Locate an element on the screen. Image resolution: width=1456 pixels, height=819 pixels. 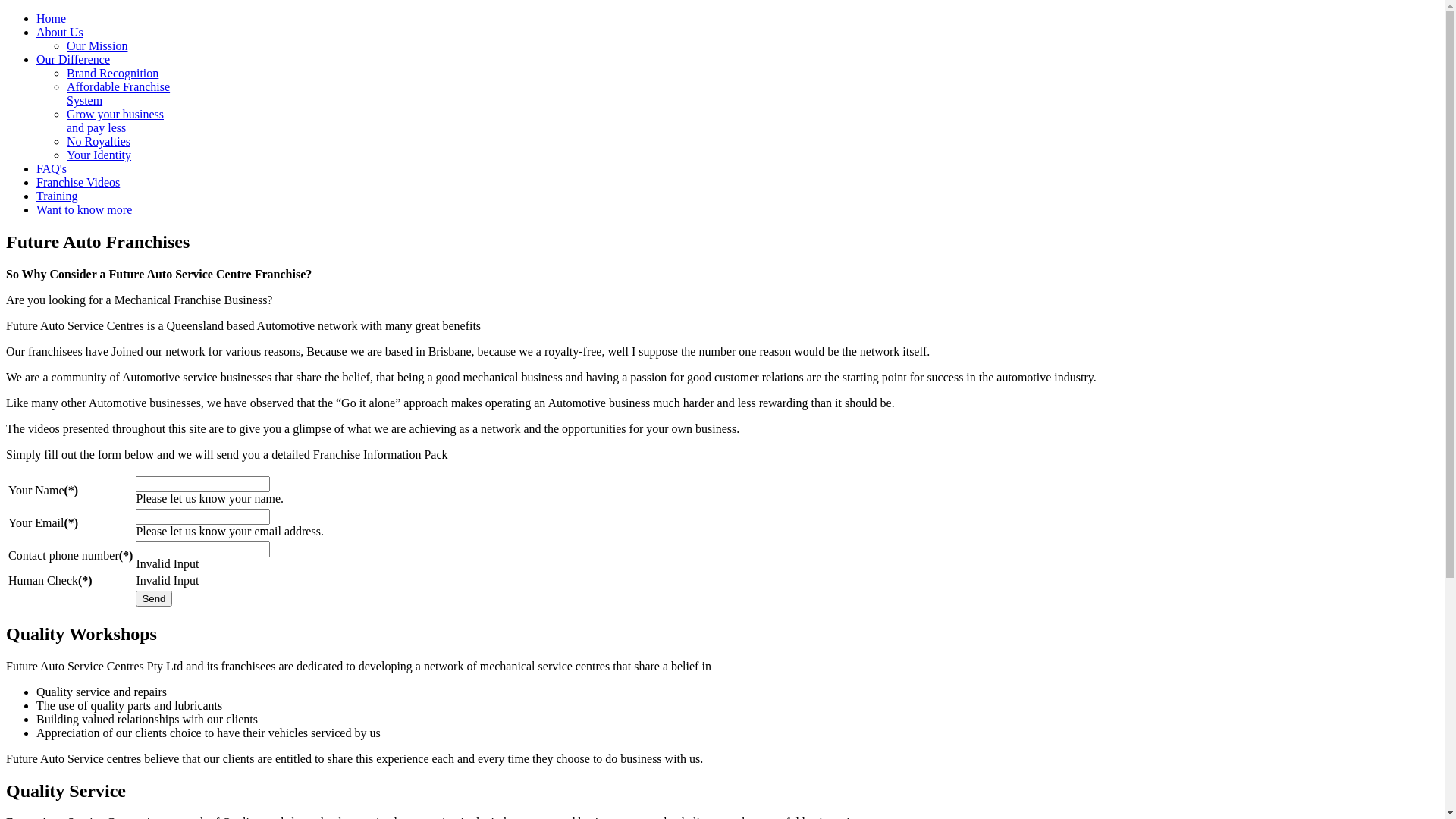
'Want to know more' is located at coordinates (36, 209).